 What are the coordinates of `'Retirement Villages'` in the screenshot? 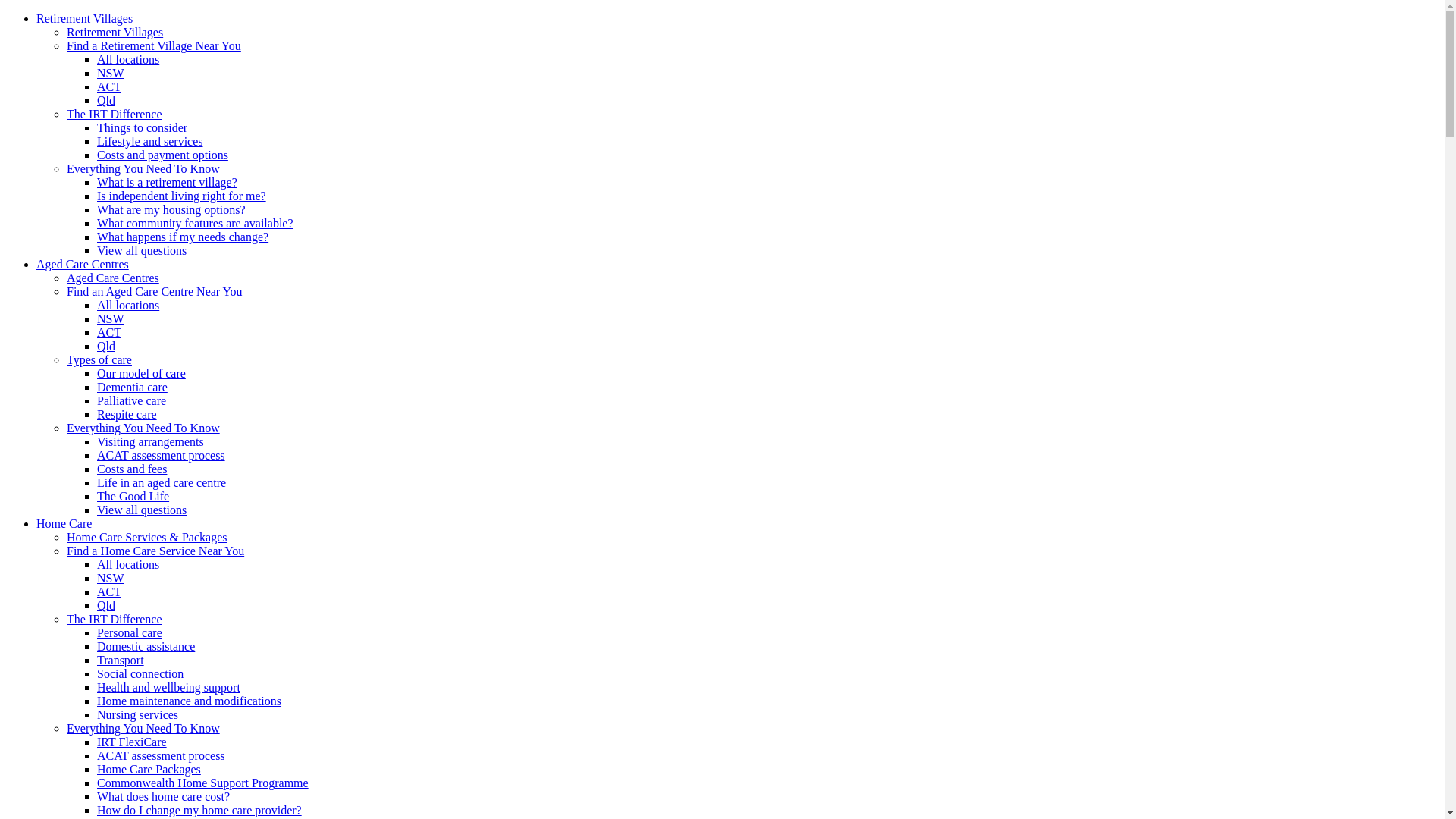 It's located at (114, 32).